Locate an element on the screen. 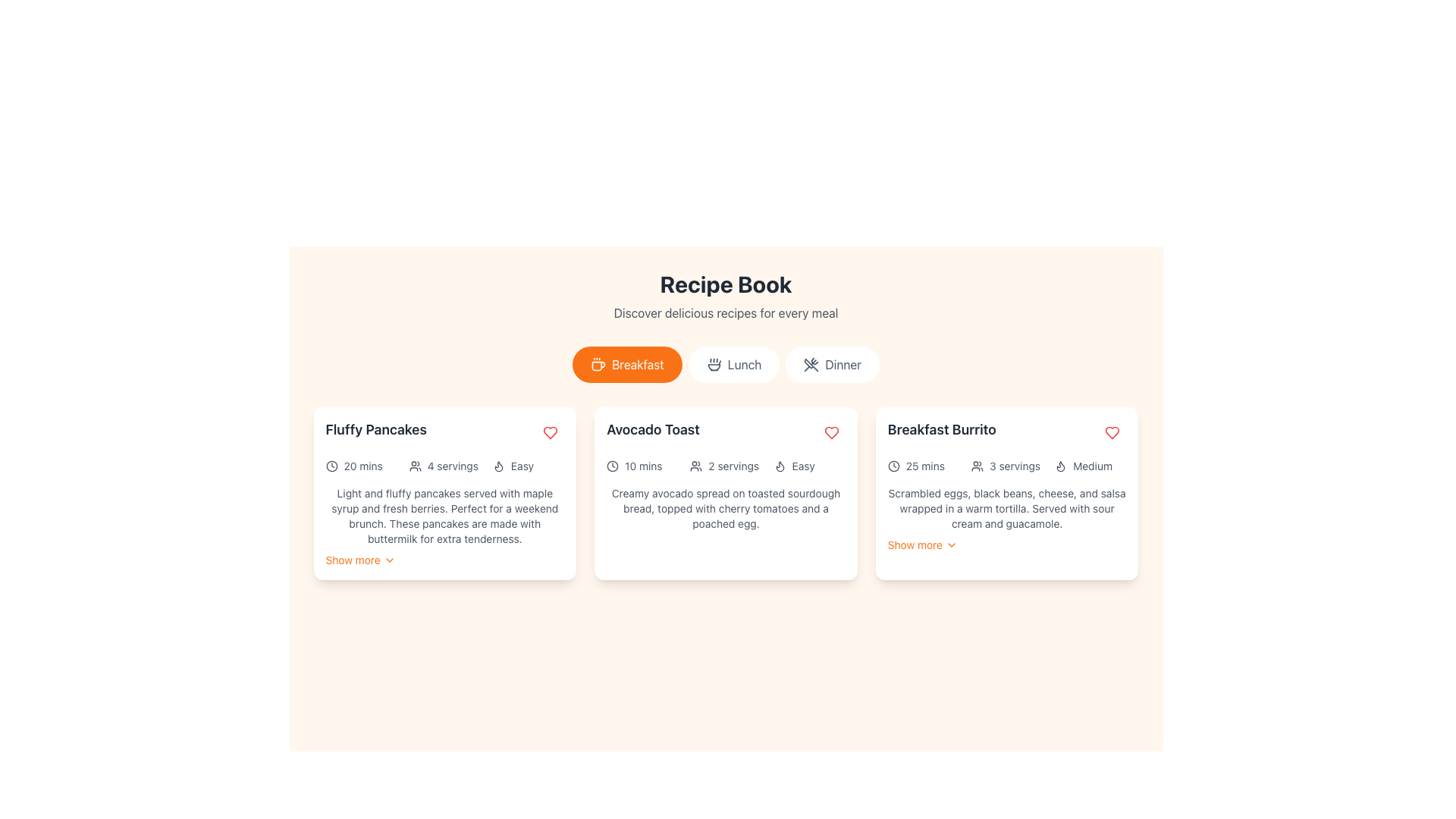  the Text Label that serves as the label for the 'Breakfast' button, guiding users to select breakfast-related content is located at coordinates (638, 365).